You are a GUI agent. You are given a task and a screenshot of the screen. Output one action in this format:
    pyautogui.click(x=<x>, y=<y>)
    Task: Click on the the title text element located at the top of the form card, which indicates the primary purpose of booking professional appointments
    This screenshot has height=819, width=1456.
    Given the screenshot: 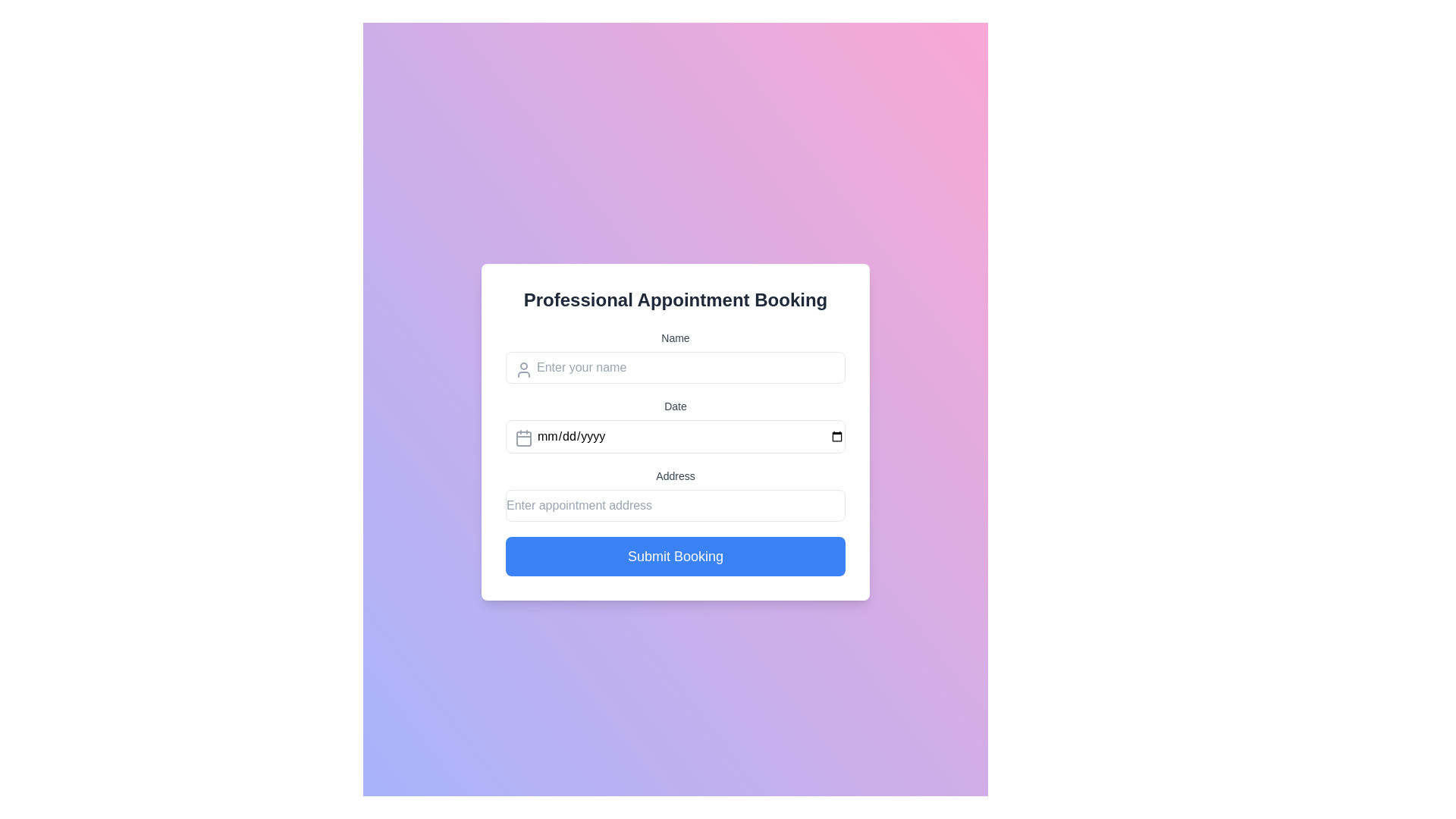 What is the action you would take?
    pyautogui.click(x=675, y=300)
    